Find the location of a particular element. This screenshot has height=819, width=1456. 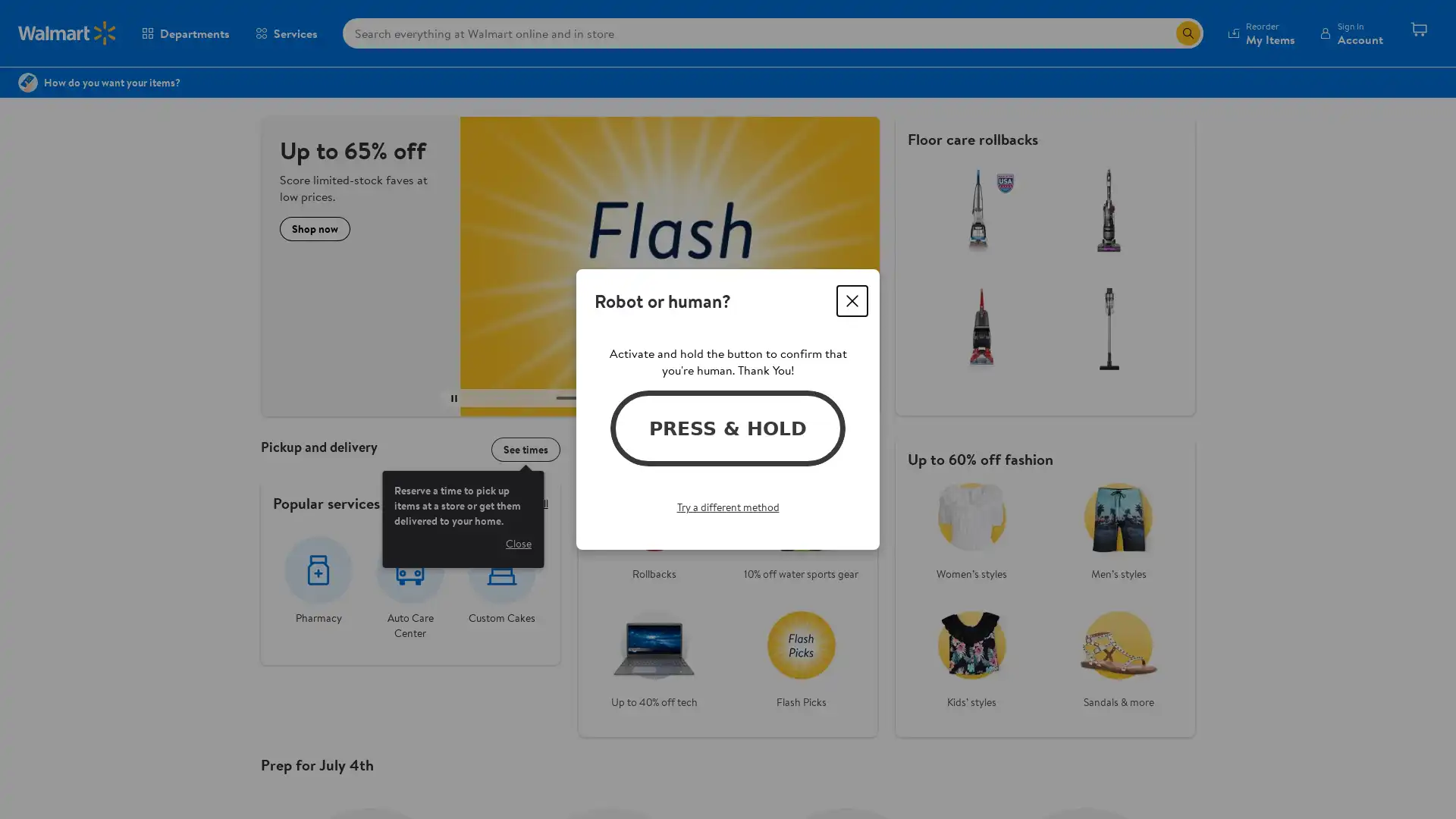

Next carousel slide is located at coordinates (683, 397).